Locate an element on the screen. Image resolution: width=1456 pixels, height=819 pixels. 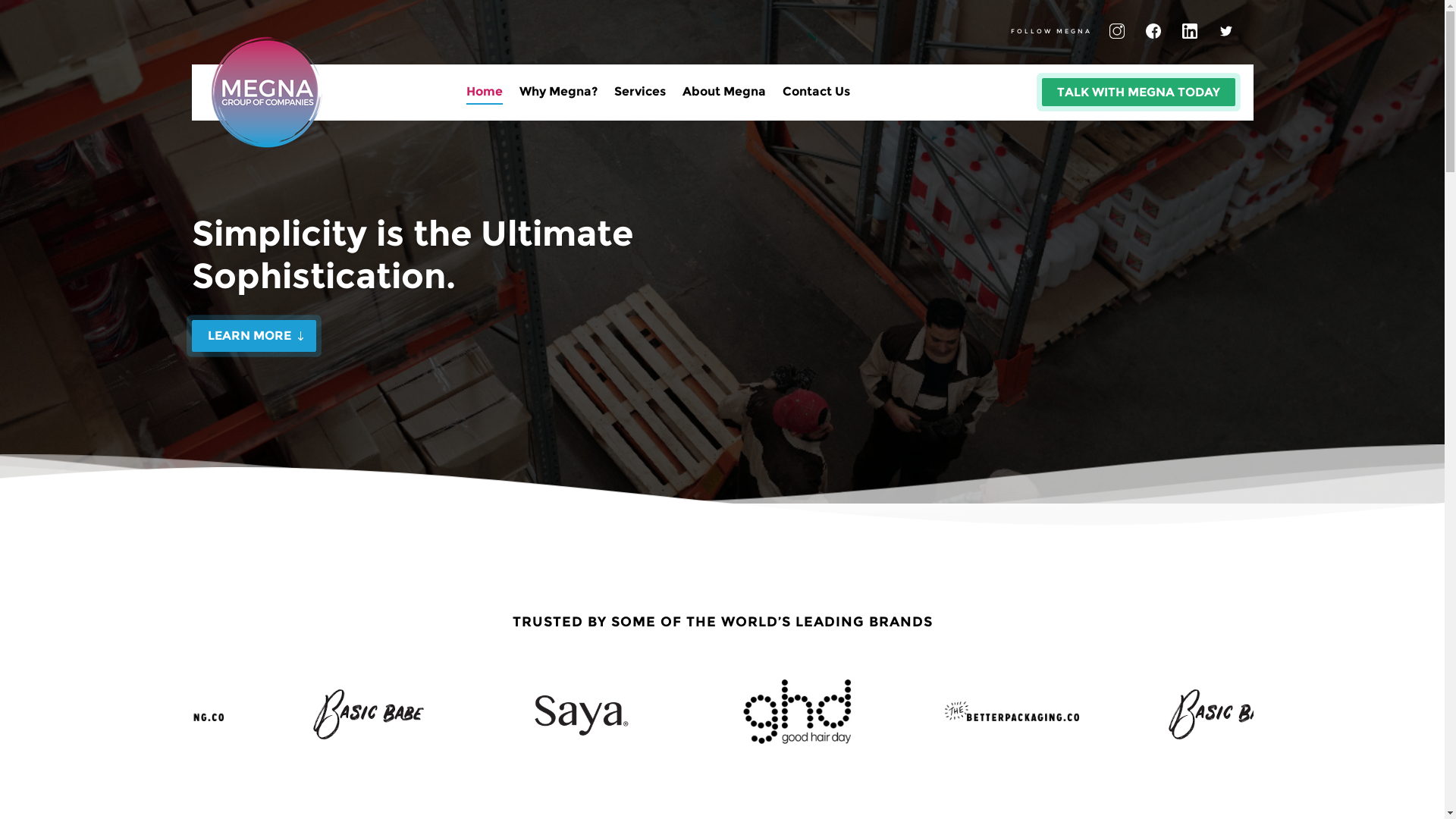
'TALK WITH MEGNA TODAY' is located at coordinates (1040, 92).